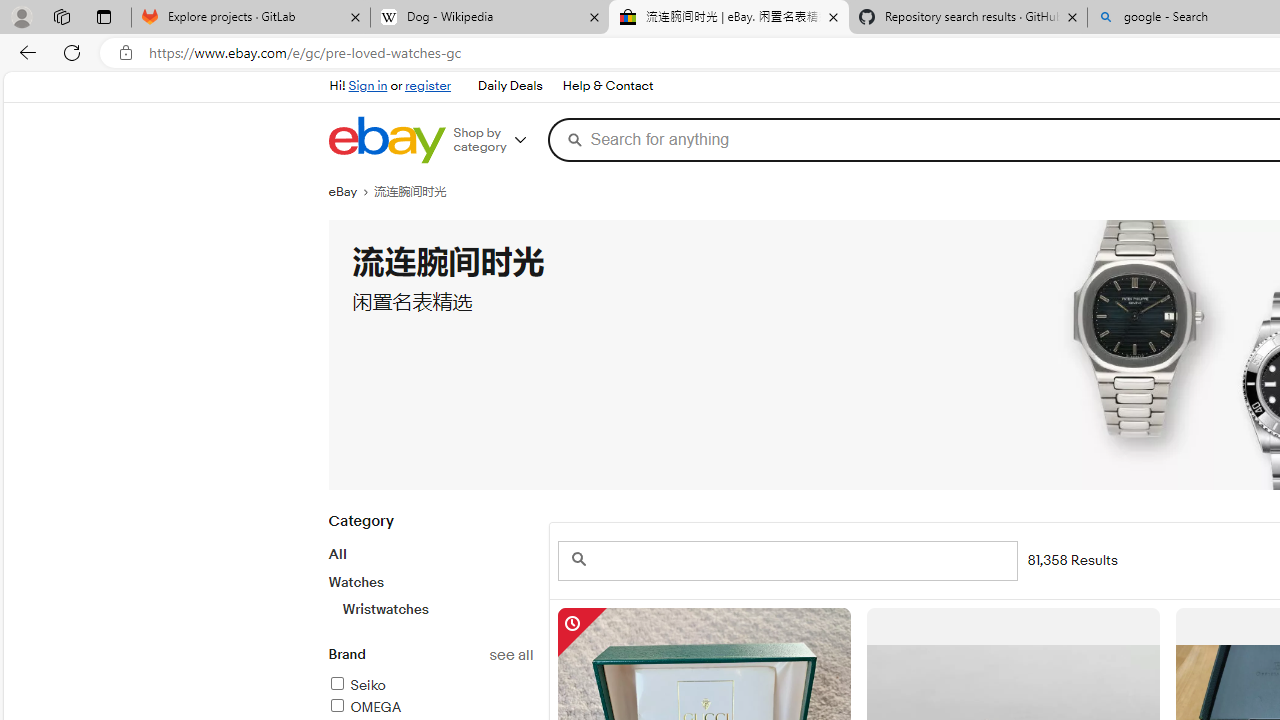  What do you see at coordinates (436, 608) in the screenshot?
I see `'Wristwatches'` at bounding box center [436, 608].